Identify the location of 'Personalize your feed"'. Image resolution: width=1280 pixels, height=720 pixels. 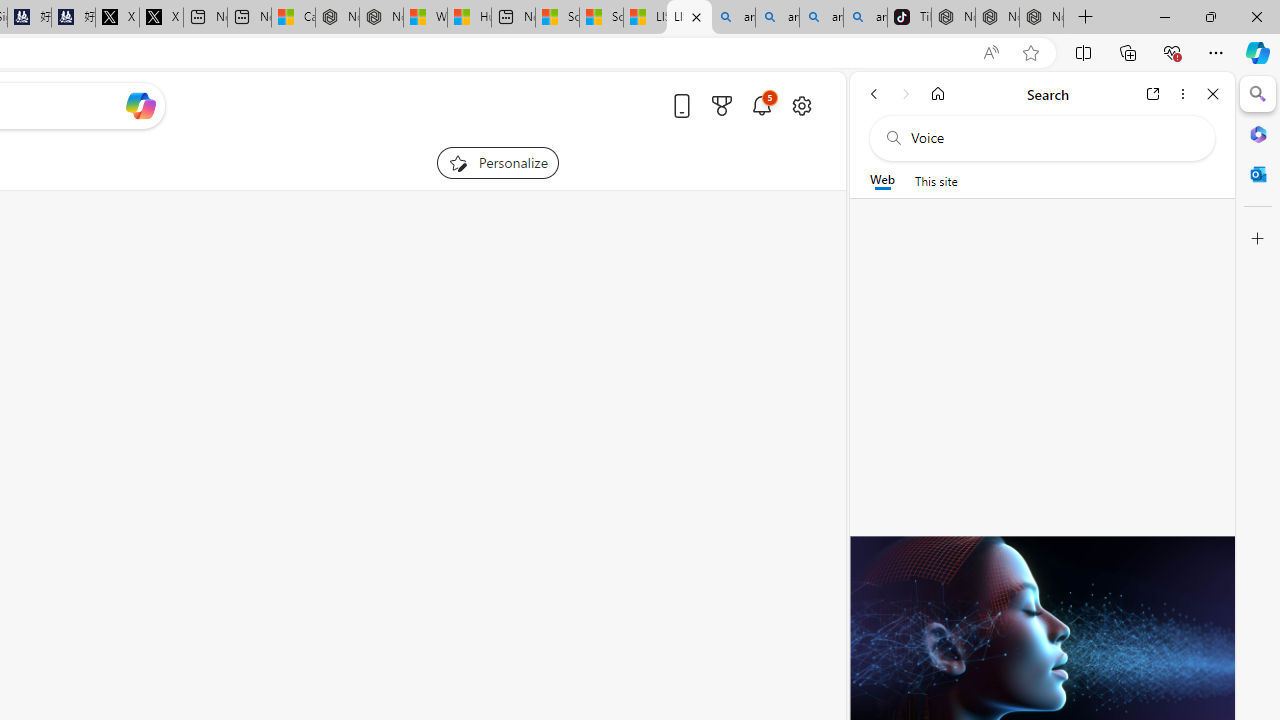
(497, 162).